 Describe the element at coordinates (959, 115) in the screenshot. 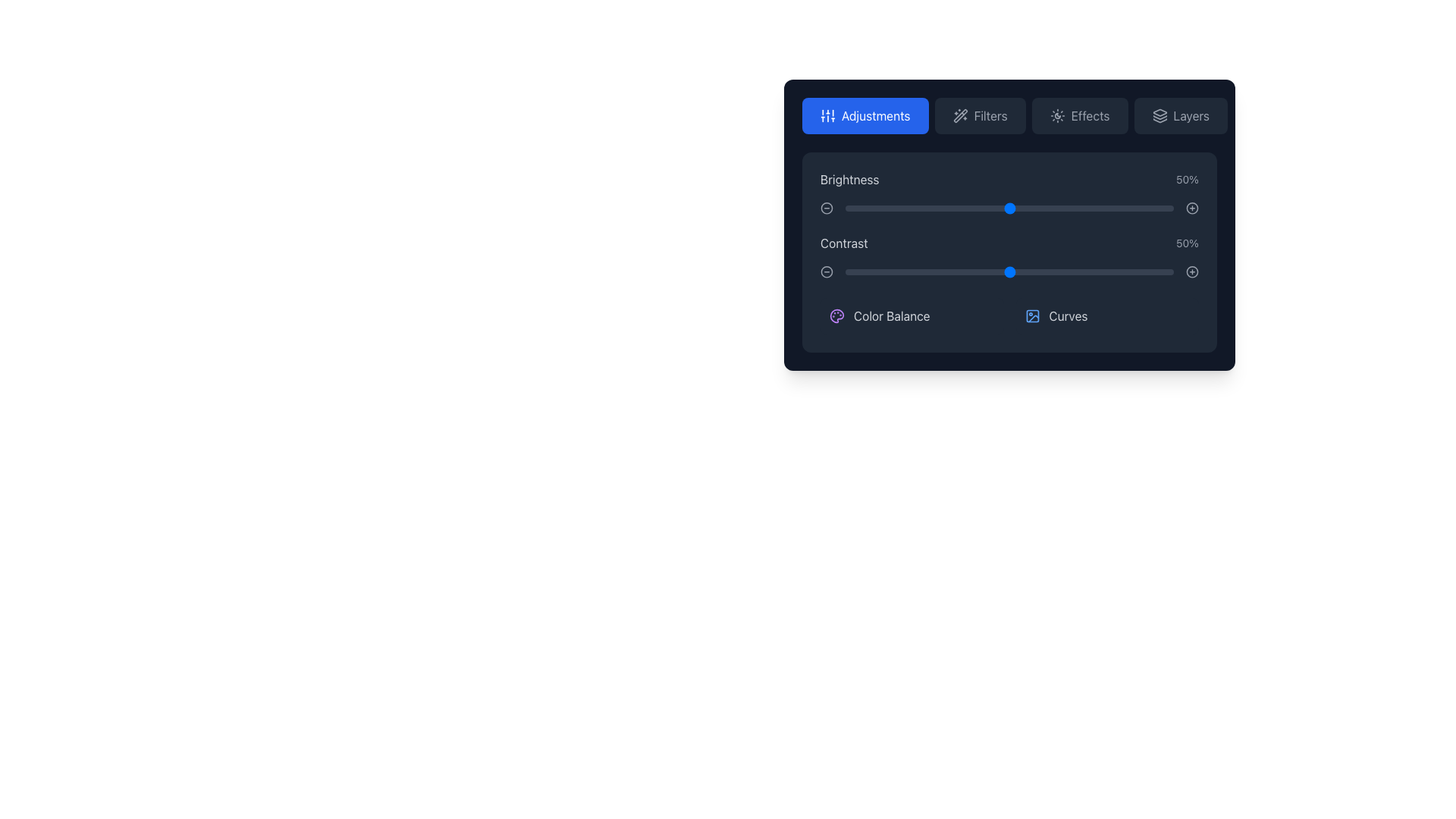

I see `the leftmost icon in the 'Filters' button group` at that location.